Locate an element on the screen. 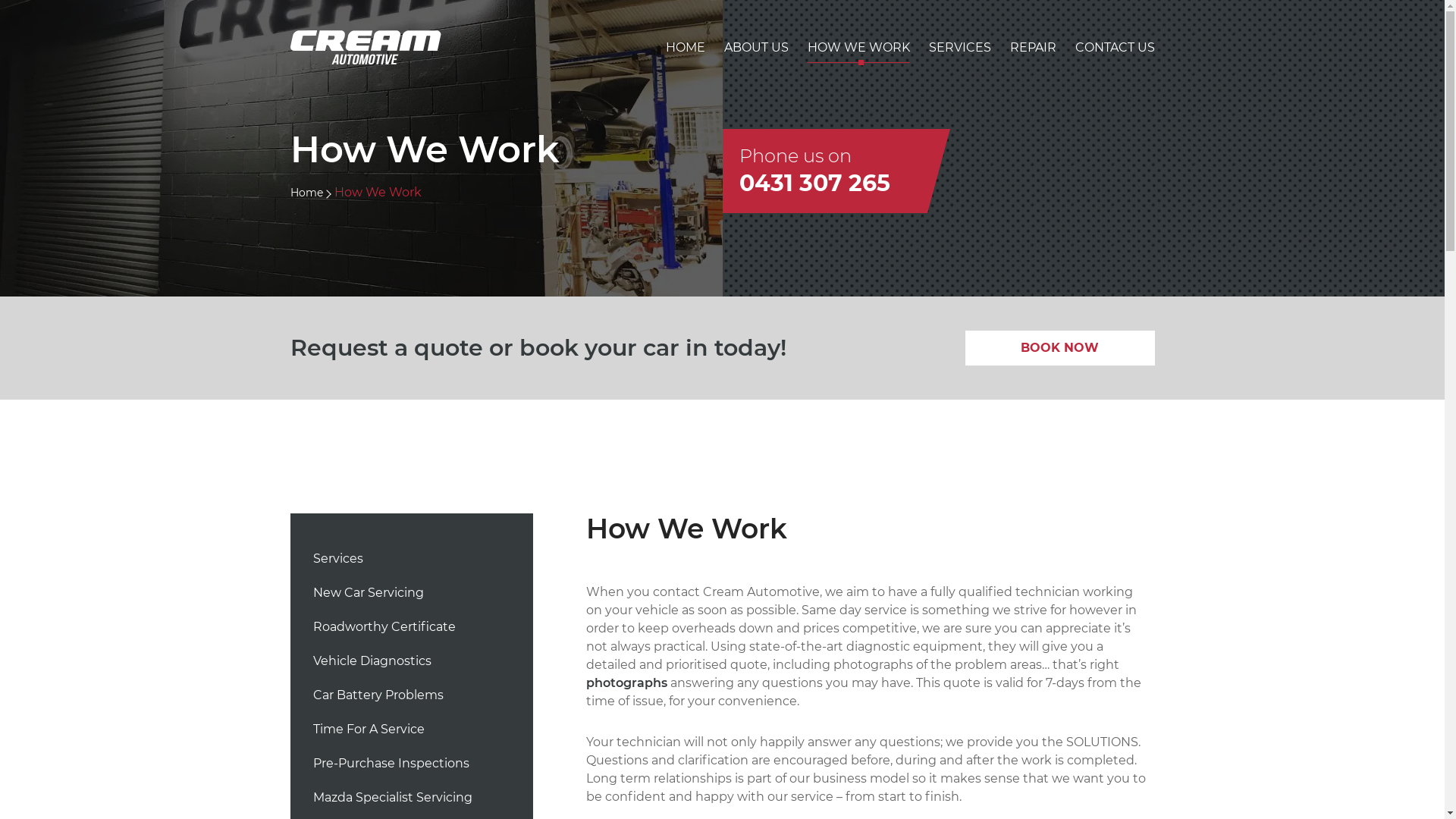  'New Car Servicing' is located at coordinates (312, 598).